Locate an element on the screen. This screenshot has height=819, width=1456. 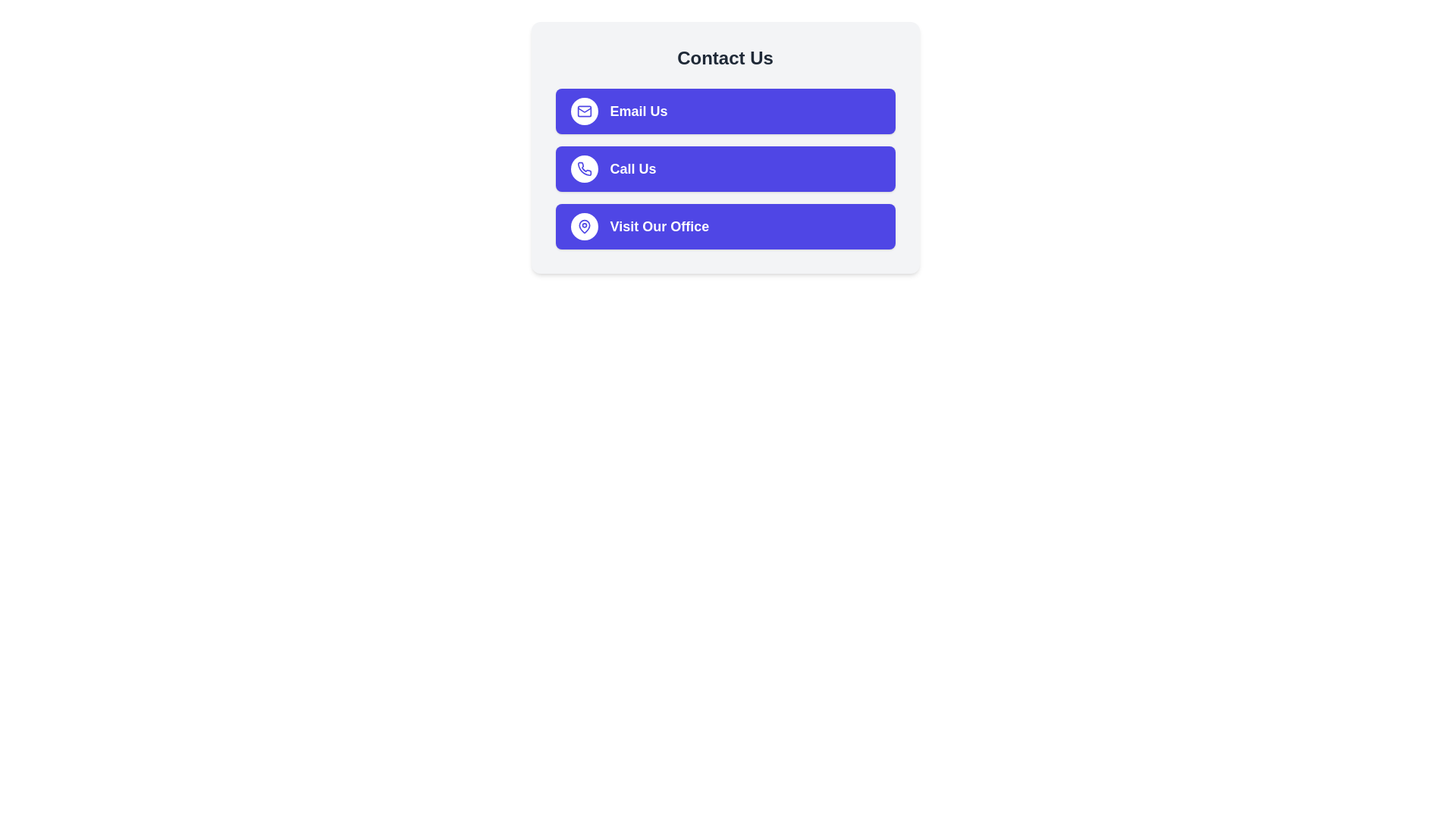
the 'Call Us' text label, which is bold and centrally placed on a blue button, the second button in a vertical stack of interactive elements is located at coordinates (633, 169).